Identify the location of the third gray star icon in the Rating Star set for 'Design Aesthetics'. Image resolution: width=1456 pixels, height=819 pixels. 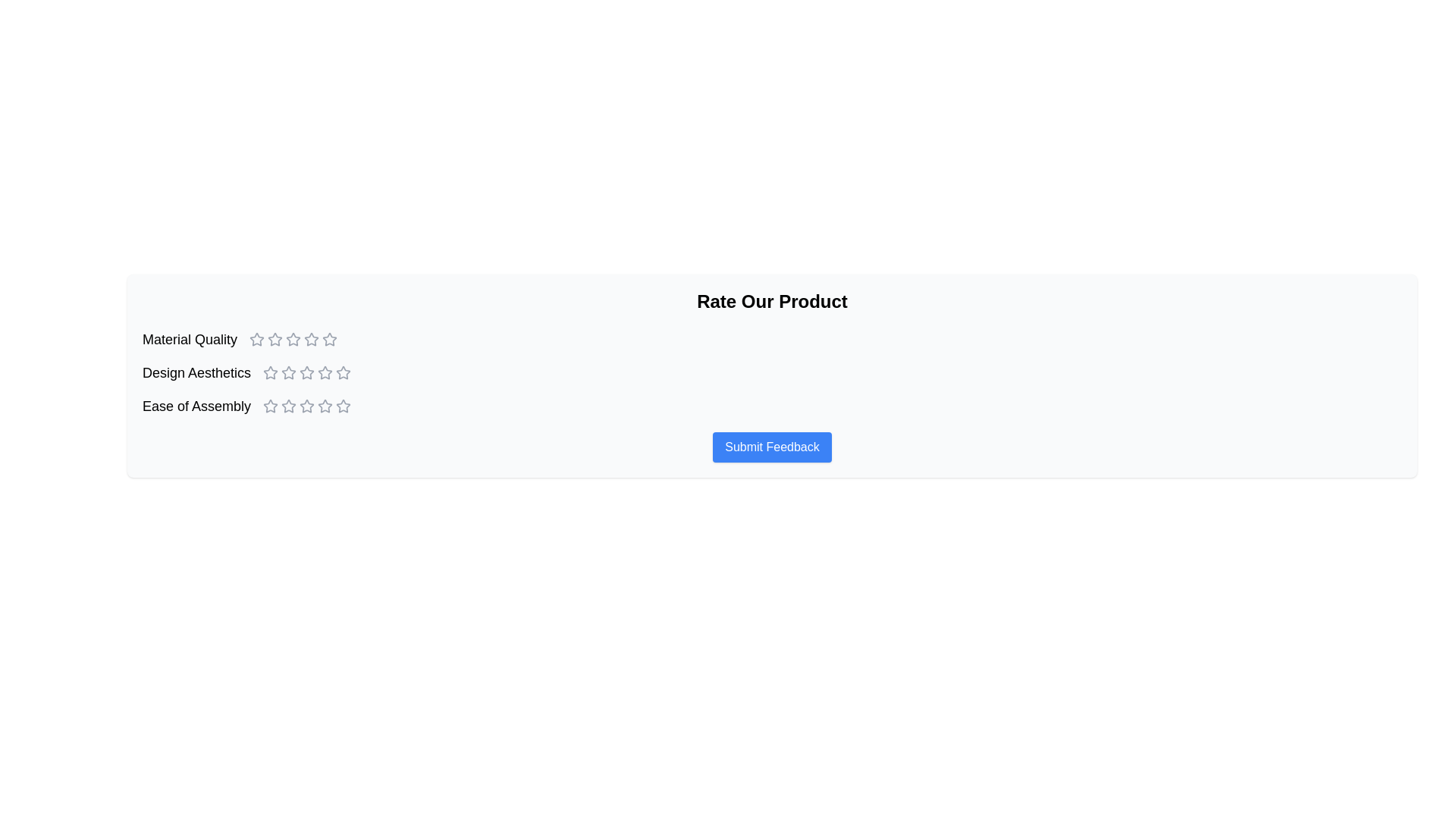
(306, 373).